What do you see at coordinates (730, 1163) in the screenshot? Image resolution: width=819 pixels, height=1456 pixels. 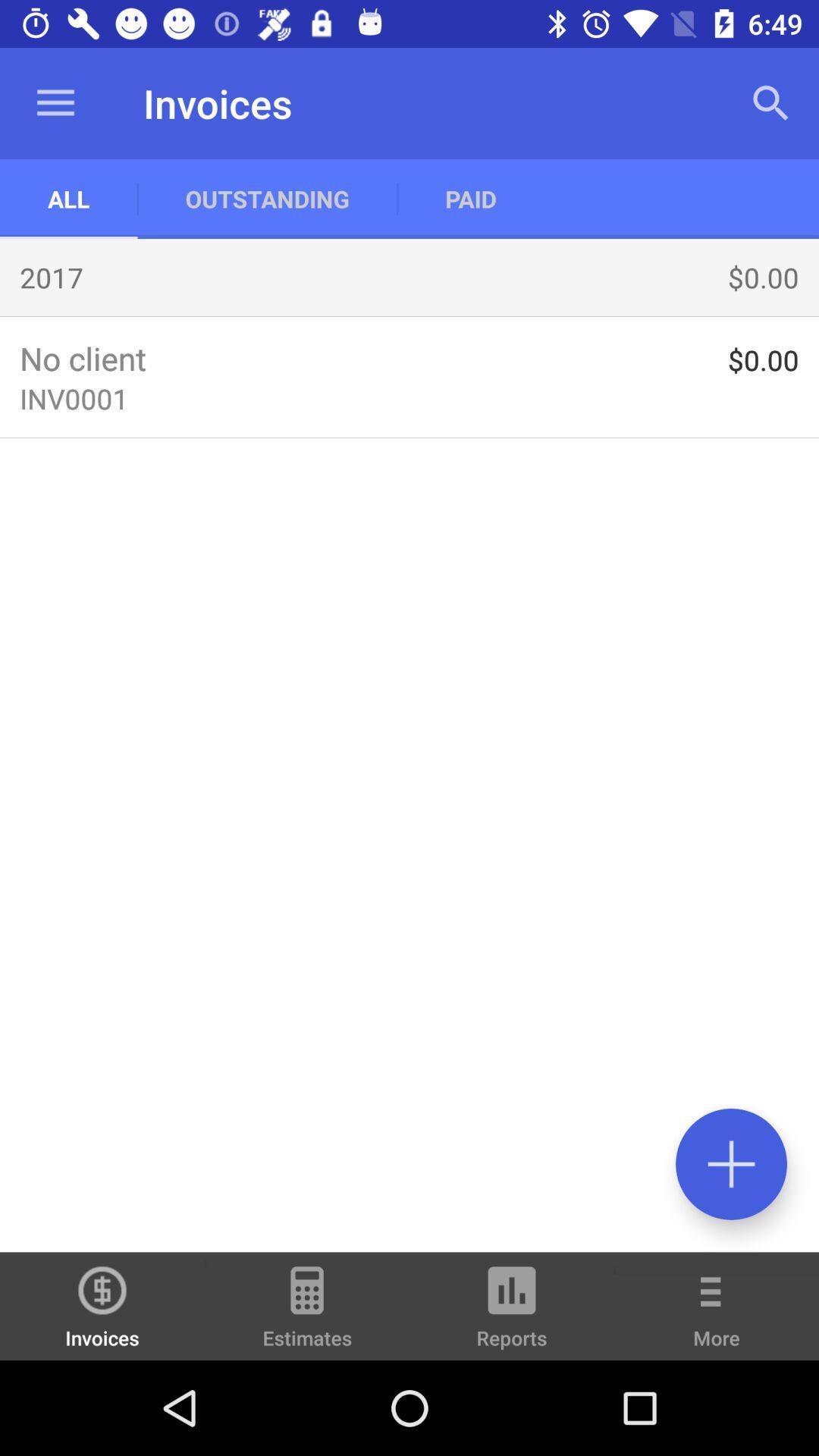 I see `invoice` at bounding box center [730, 1163].